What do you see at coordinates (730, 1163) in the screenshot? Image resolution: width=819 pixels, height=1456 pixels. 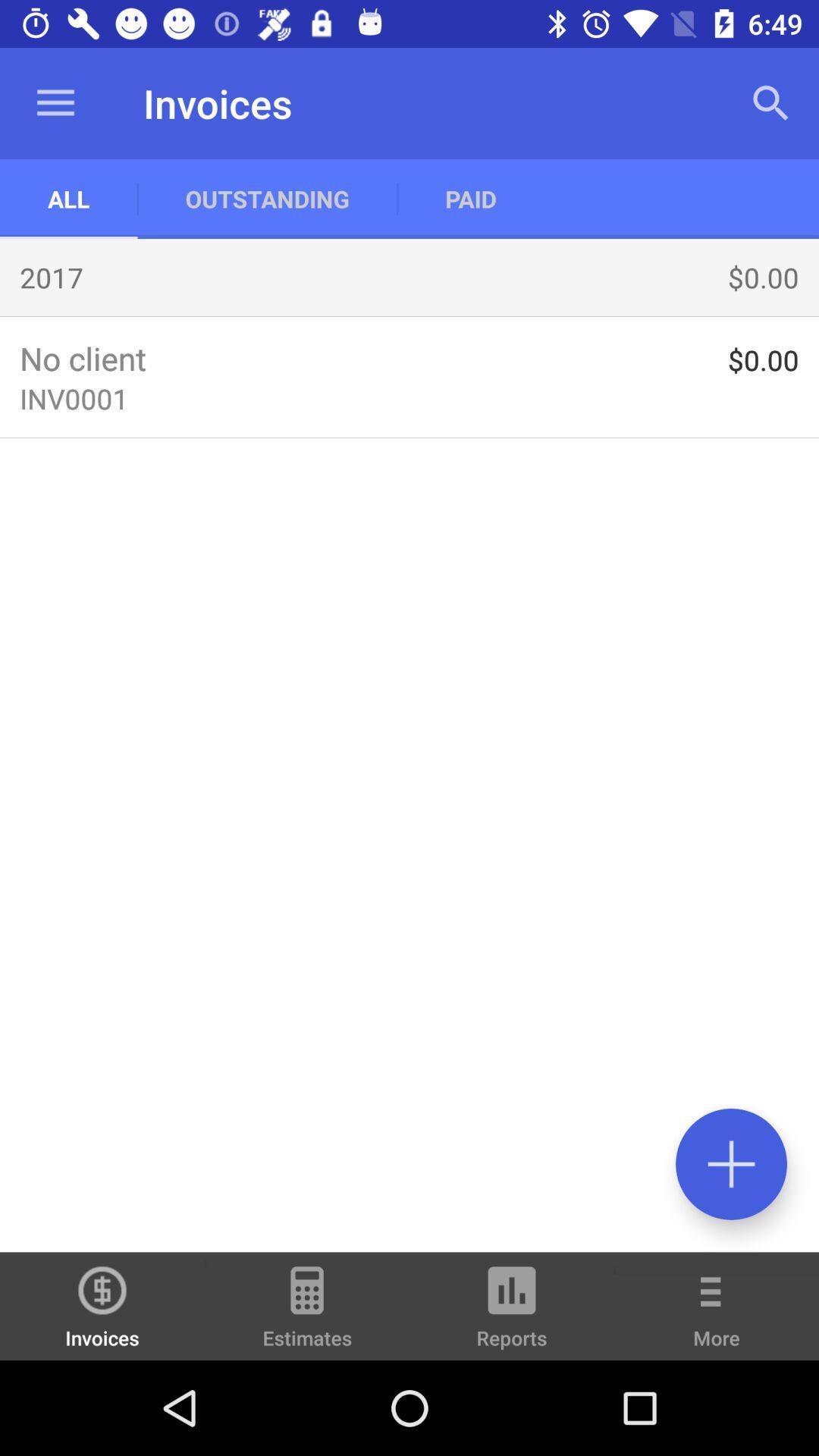 I see `invoice` at bounding box center [730, 1163].